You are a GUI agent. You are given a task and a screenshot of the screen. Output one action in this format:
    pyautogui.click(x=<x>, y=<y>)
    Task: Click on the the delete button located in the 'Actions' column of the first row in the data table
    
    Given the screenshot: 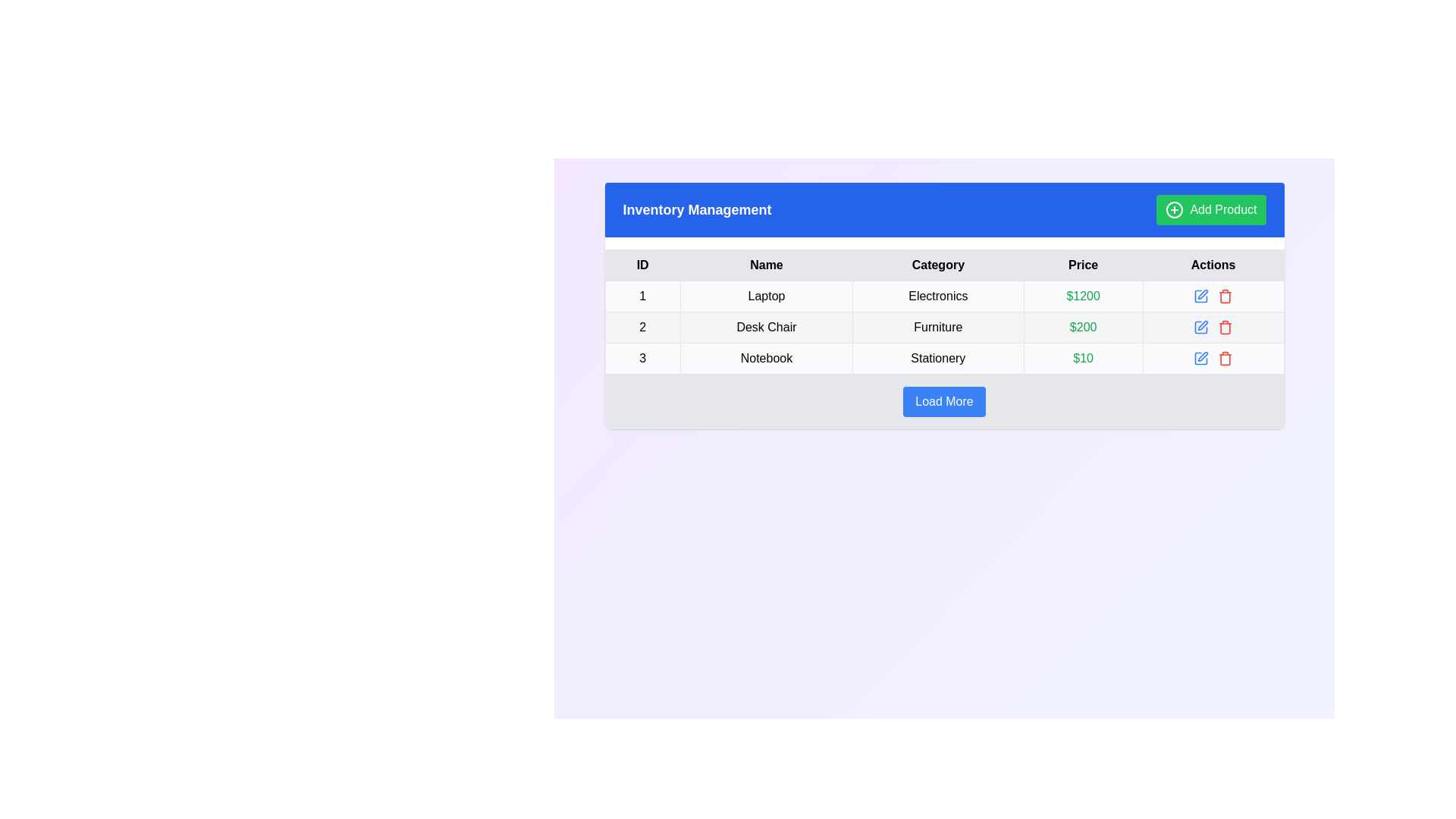 What is the action you would take?
    pyautogui.click(x=1225, y=296)
    